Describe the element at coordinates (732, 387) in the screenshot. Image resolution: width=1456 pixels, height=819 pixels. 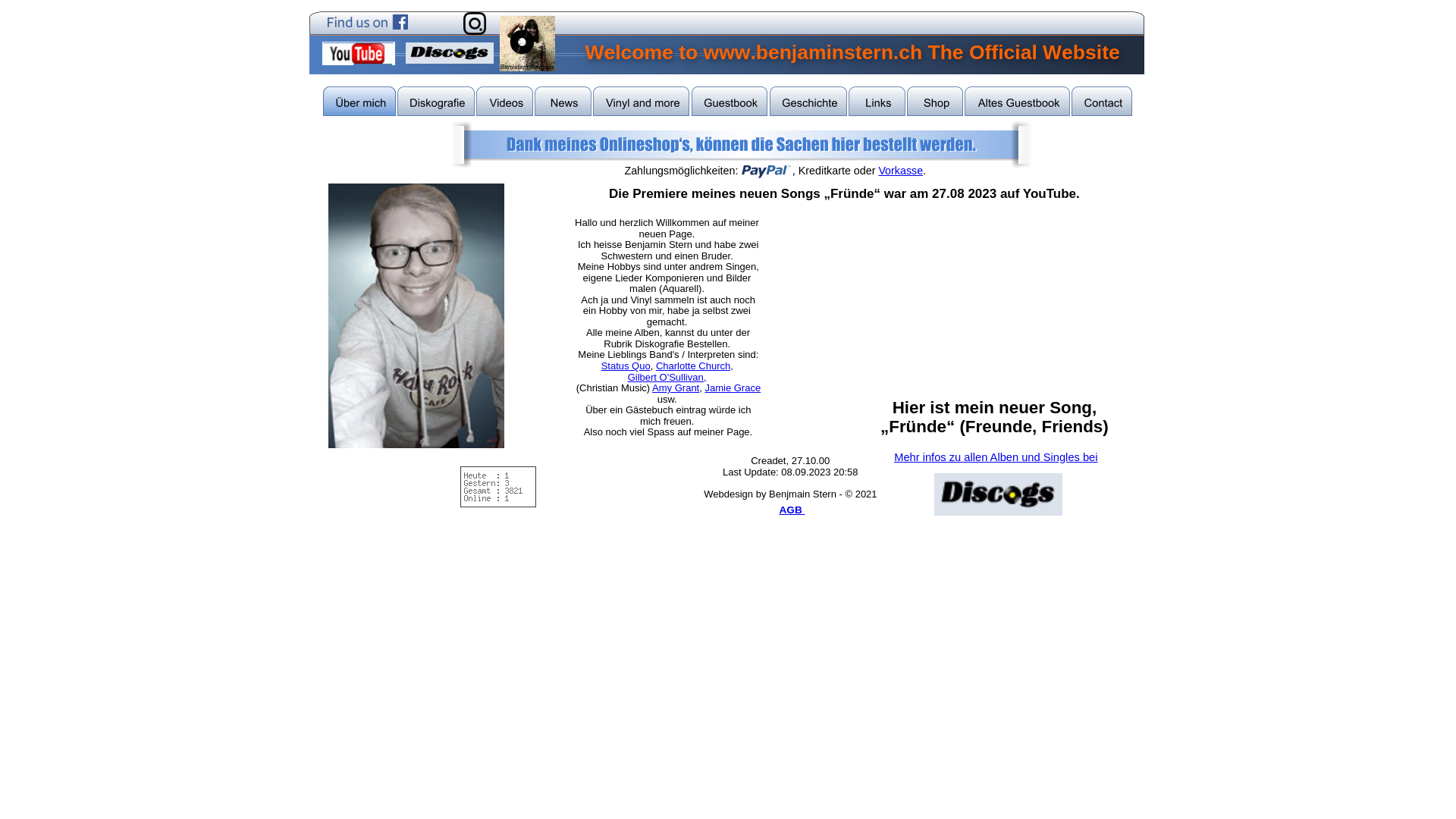
I see `'Jamie Grace'` at that location.